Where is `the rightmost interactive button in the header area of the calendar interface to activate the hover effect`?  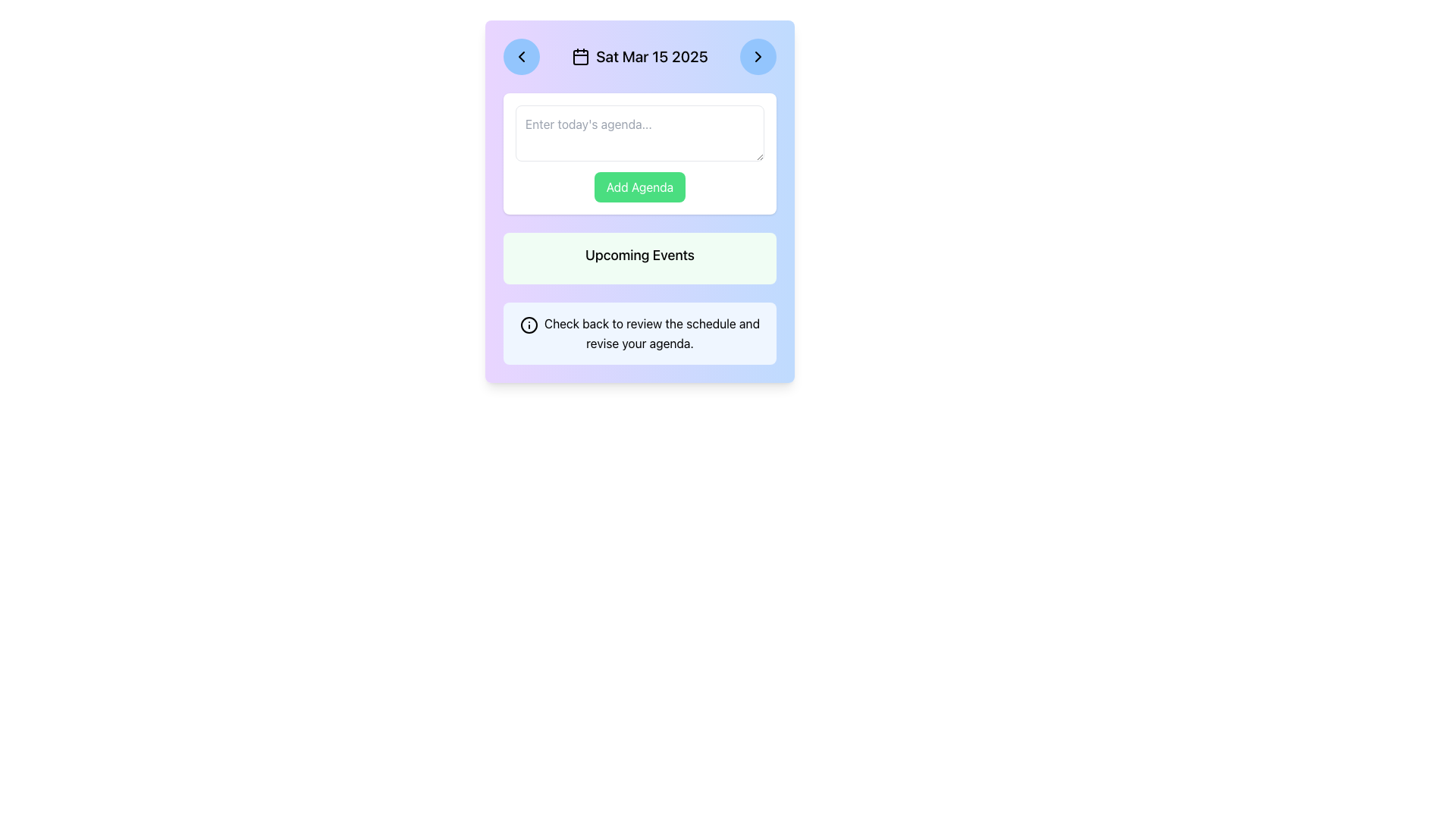
the rightmost interactive button in the header area of the calendar interface to activate the hover effect is located at coordinates (758, 55).